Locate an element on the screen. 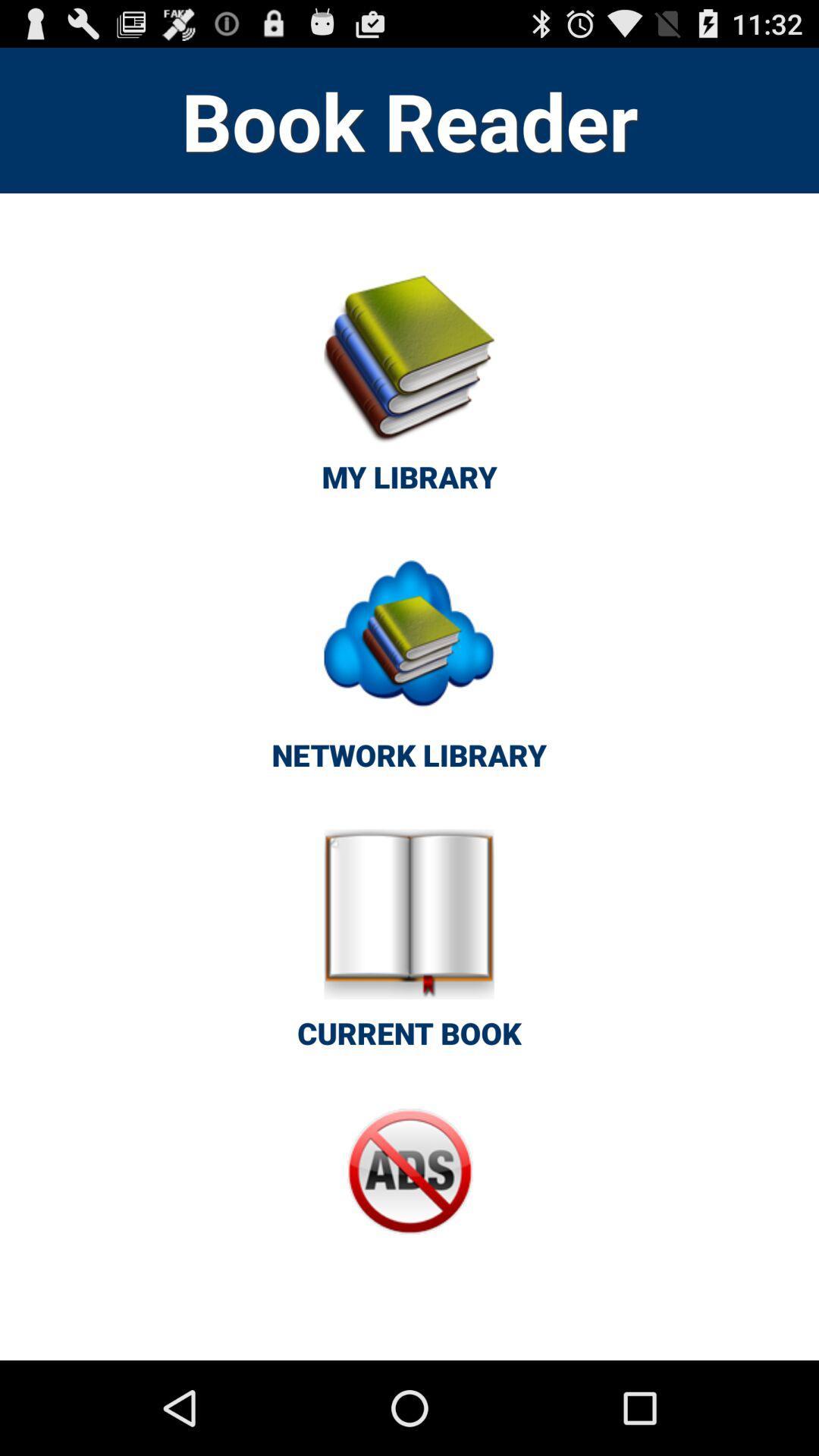 Image resolution: width=819 pixels, height=1456 pixels. button above the current book button is located at coordinates (408, 669).